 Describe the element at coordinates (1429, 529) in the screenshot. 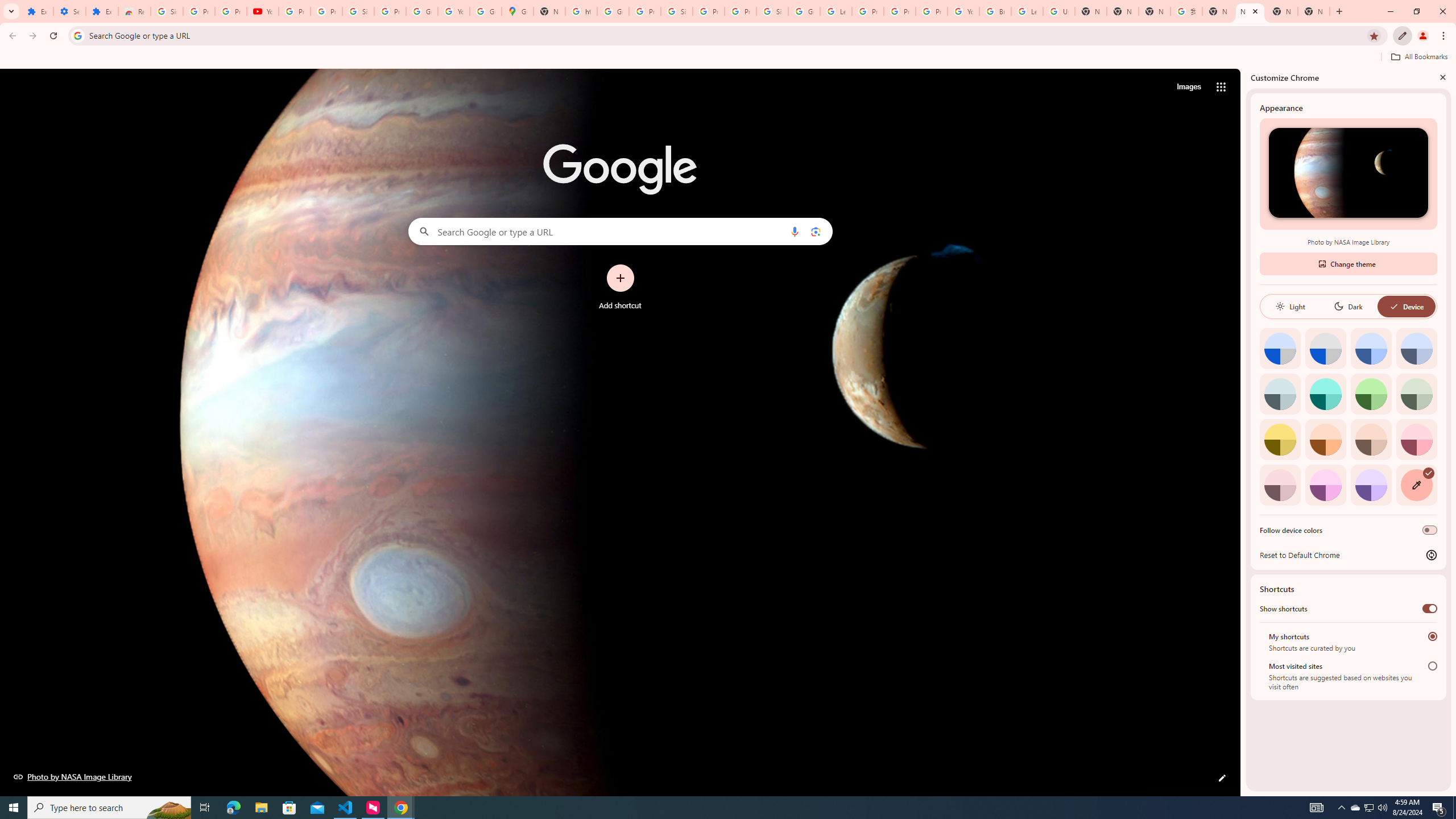

I see `'Follow device colors'` at that location.